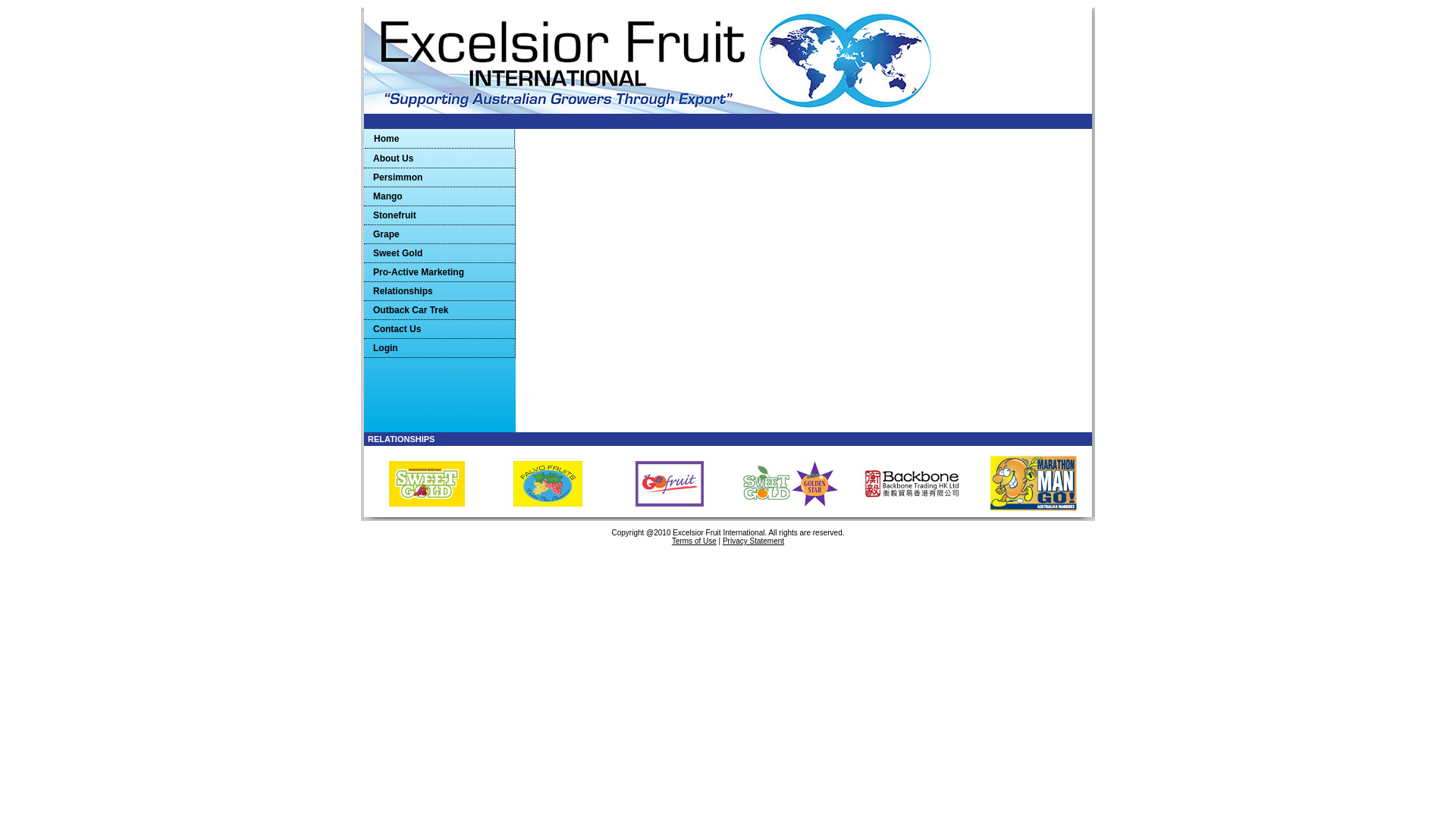  Describe the element at coordinates (439, 139) in the screenshot. I see `'Home'` at that location.